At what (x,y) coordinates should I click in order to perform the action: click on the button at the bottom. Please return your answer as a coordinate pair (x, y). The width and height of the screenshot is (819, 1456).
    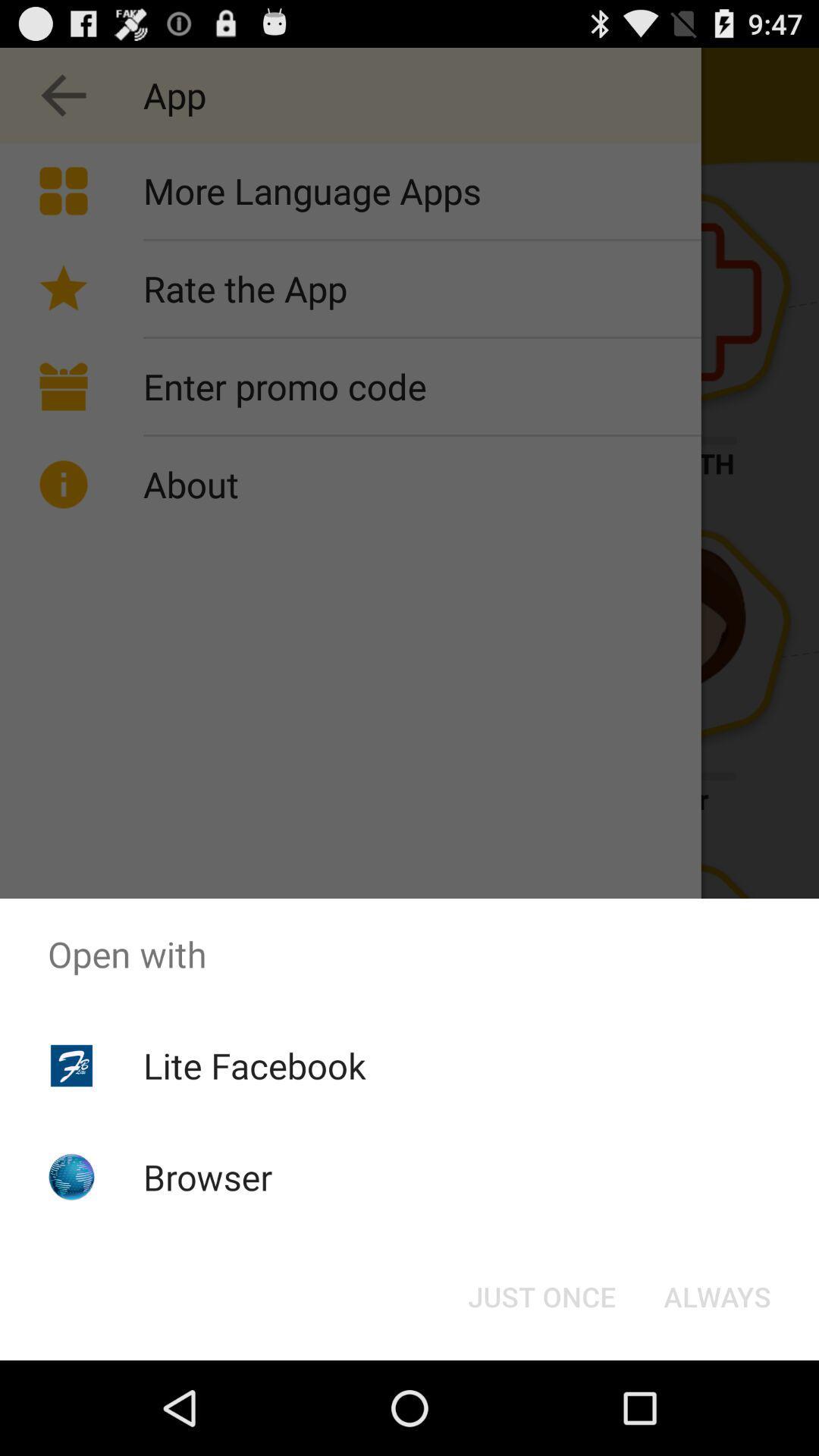
    Looking at the image, I should click on (541, 1295).